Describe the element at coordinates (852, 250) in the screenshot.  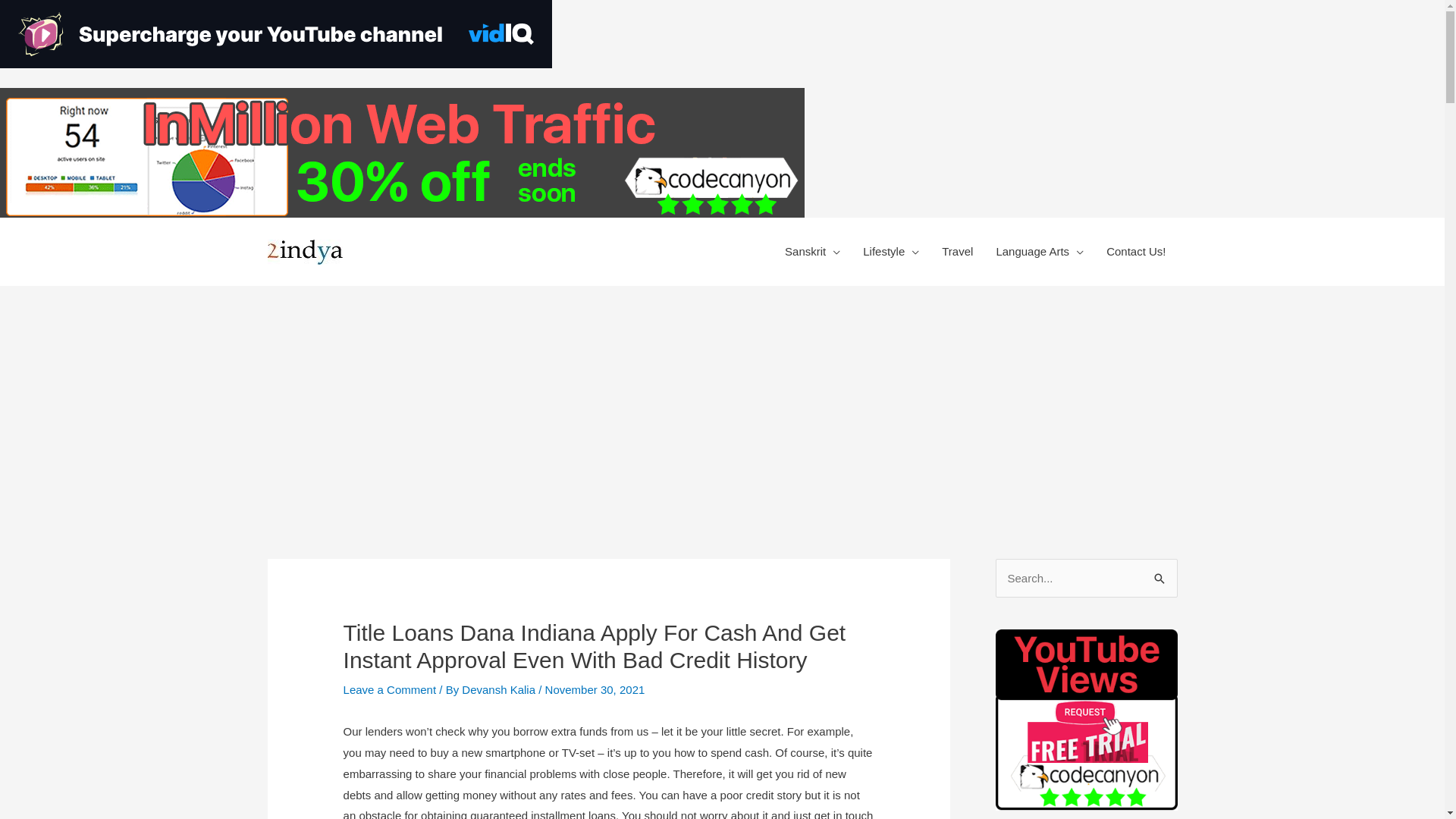
I see `'Lifestyle'` at that location.